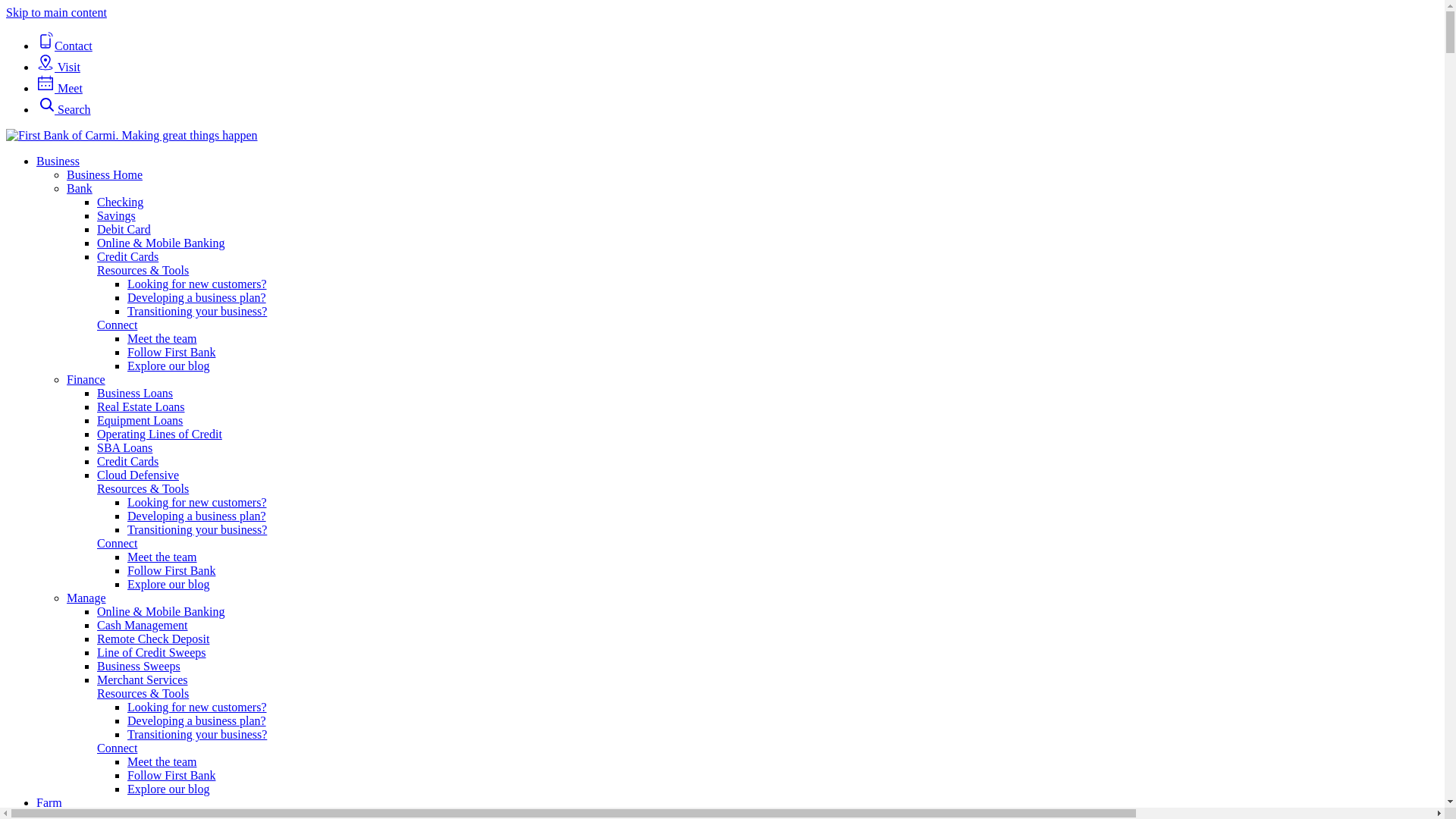  What do you see at coordinates (79, 187) in the screenshot?
I see `'Bank'` at bounding box center [79, 187].